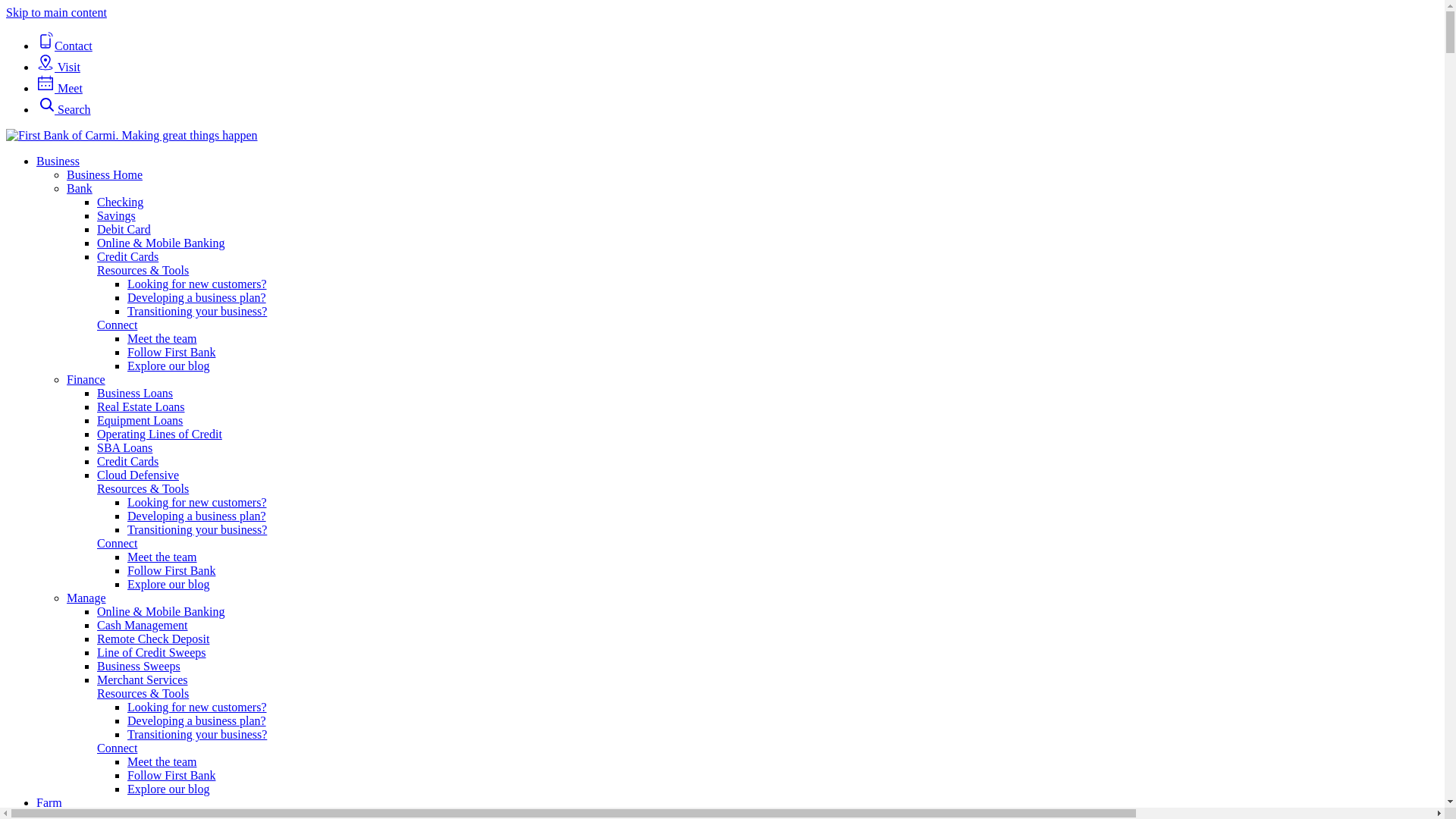  What do you see at coordinates (79, 187) in the screenshot?
I see `'Bank'` at bounding box center [79, 187].